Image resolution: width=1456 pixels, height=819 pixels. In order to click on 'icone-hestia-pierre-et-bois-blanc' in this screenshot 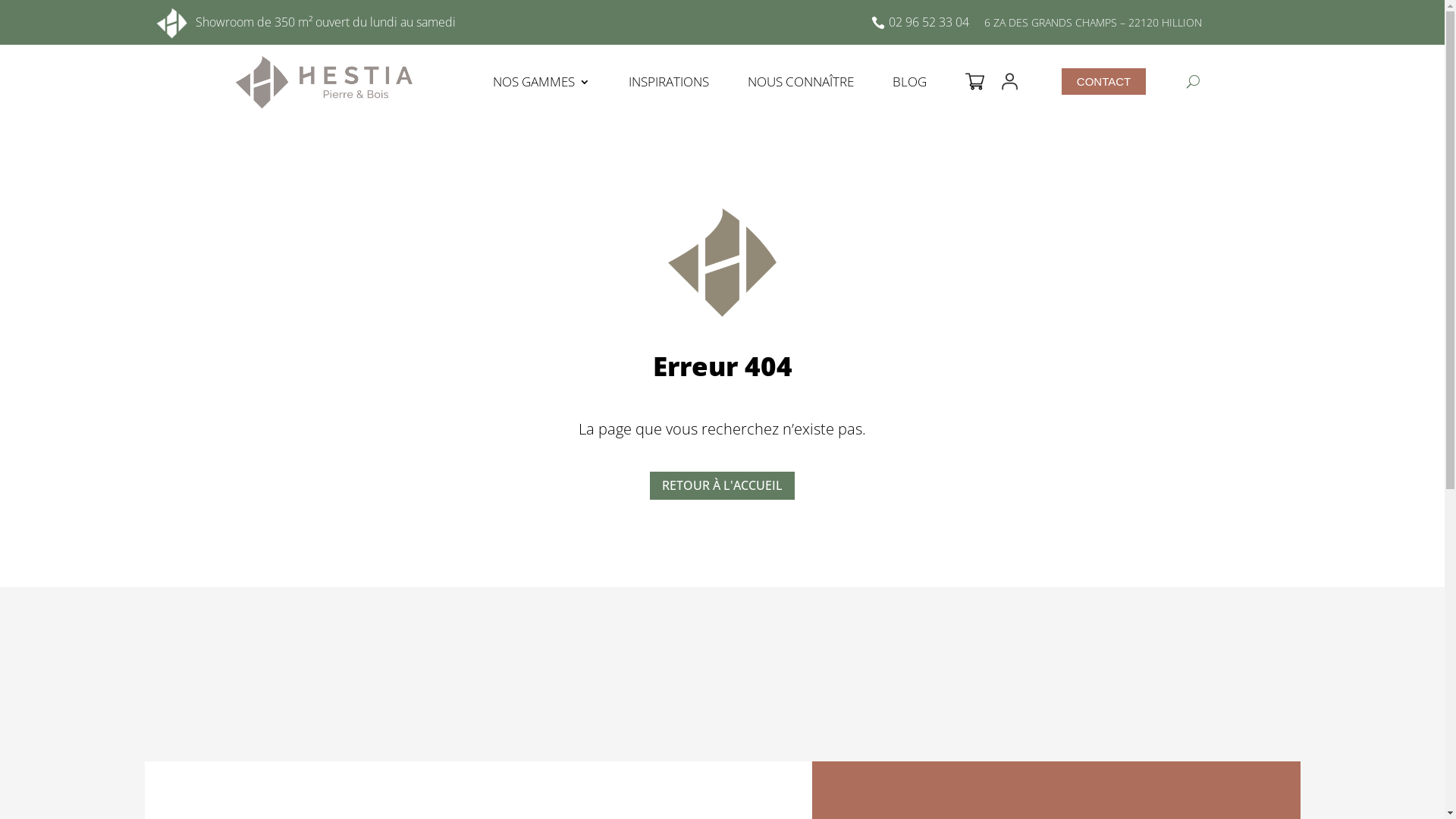, I will do `click(152, 23)`.